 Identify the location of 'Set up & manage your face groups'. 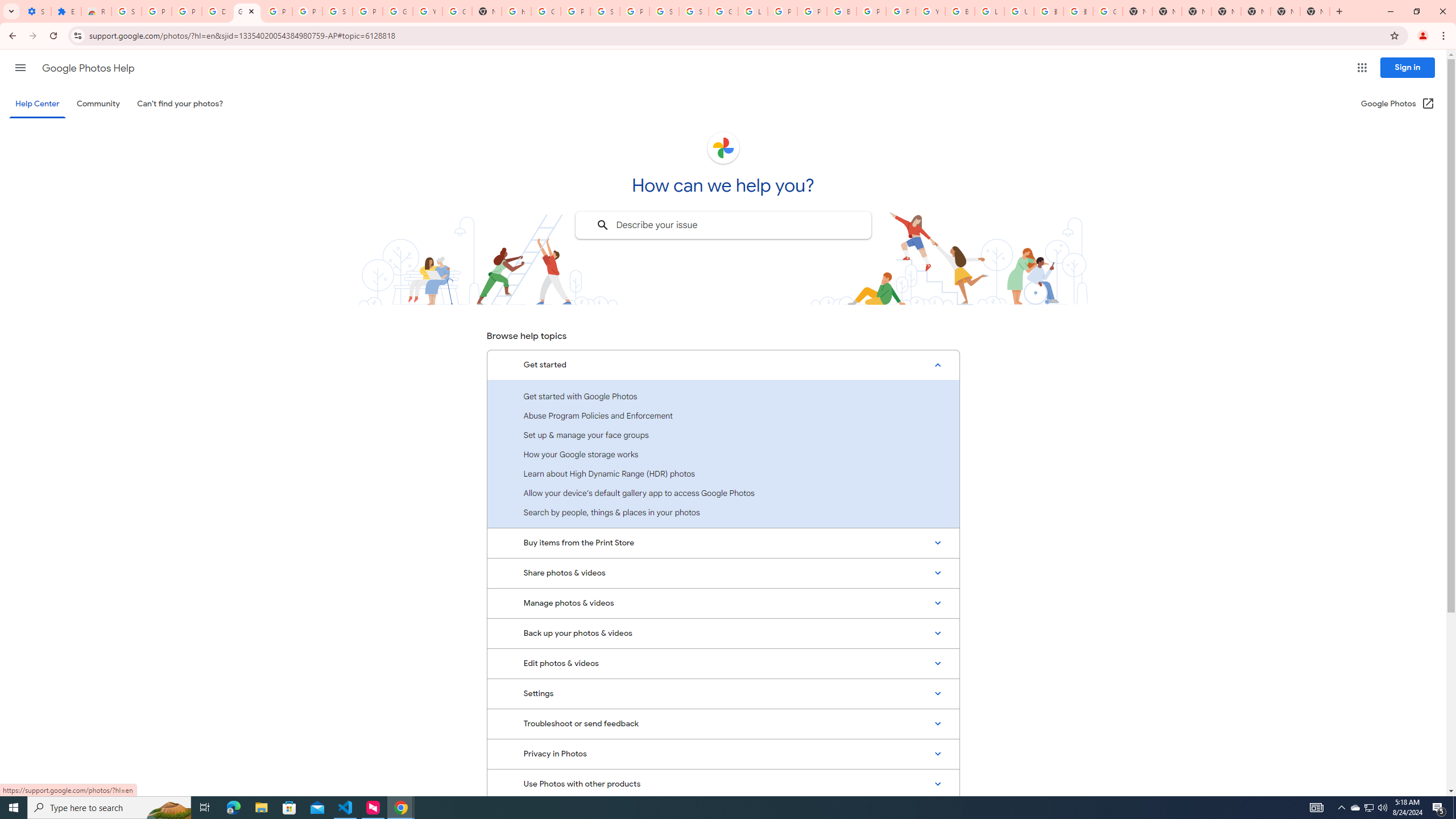
(723, 434).